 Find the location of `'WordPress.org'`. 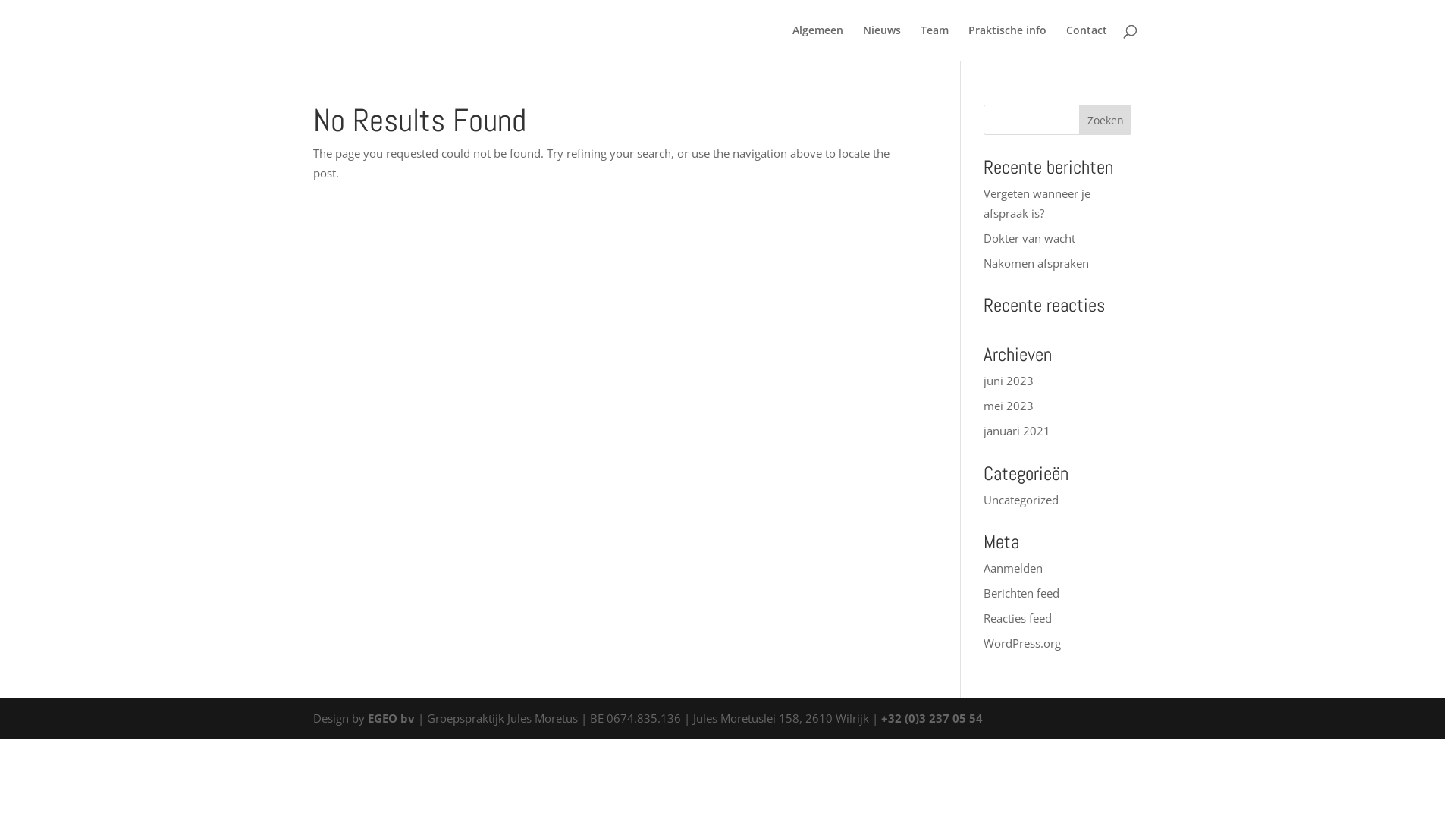

'WordPress.org' is located at coordinates (1022, 643).